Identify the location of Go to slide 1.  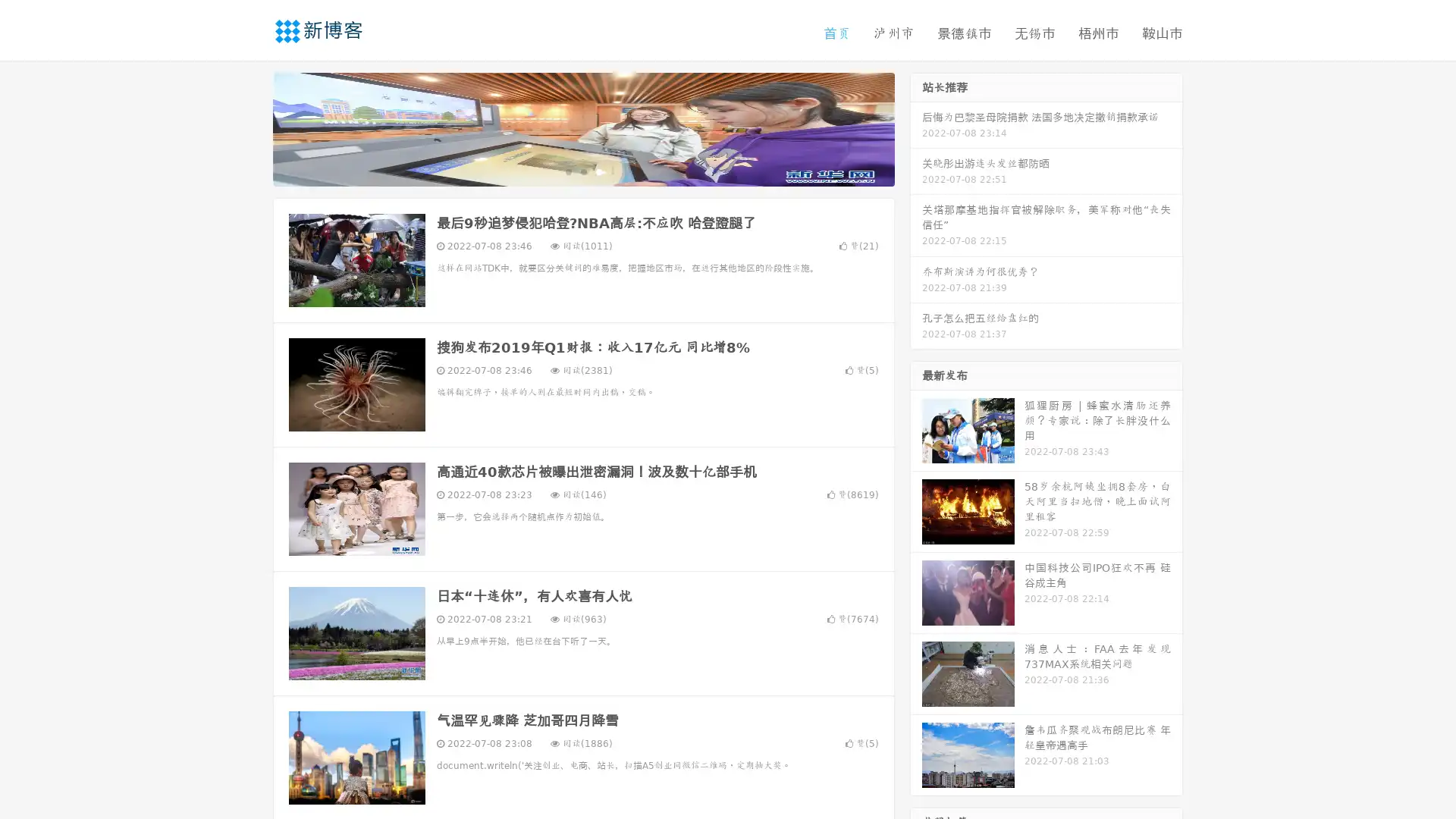
(567, 171).